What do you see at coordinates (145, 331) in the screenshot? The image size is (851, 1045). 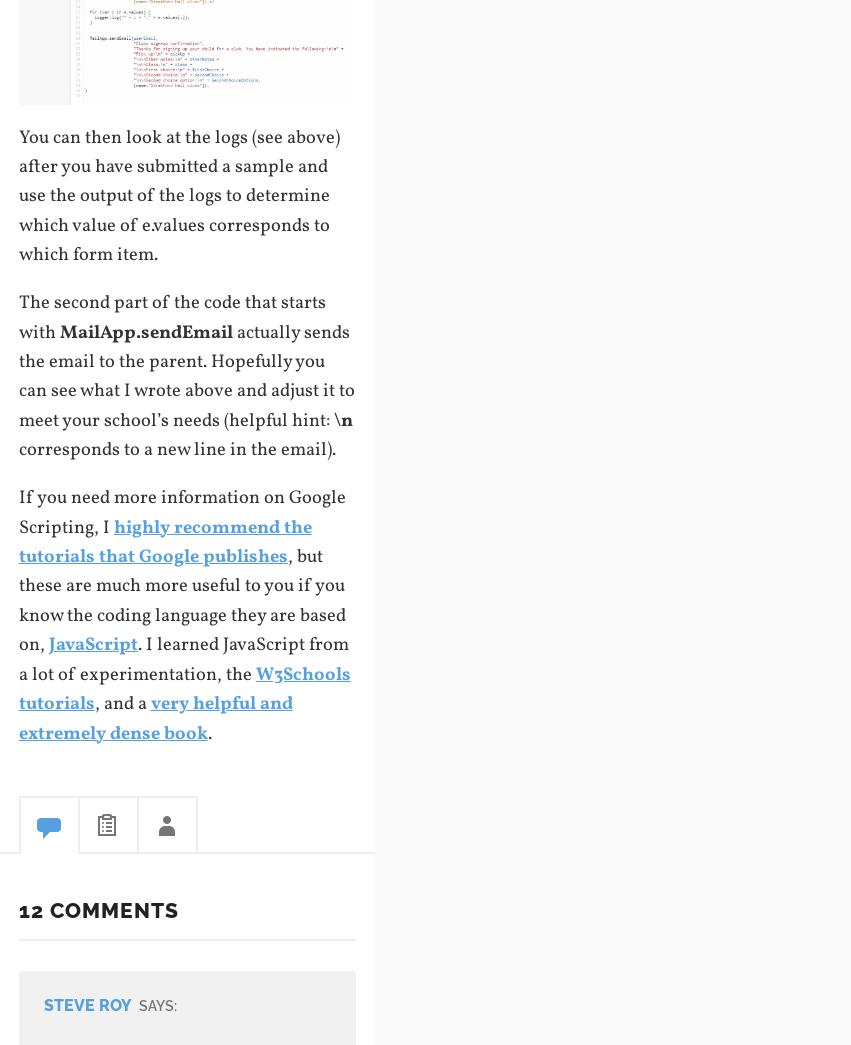 I see `'MailApp.sendEmail'` at bounding box center [145, 331].